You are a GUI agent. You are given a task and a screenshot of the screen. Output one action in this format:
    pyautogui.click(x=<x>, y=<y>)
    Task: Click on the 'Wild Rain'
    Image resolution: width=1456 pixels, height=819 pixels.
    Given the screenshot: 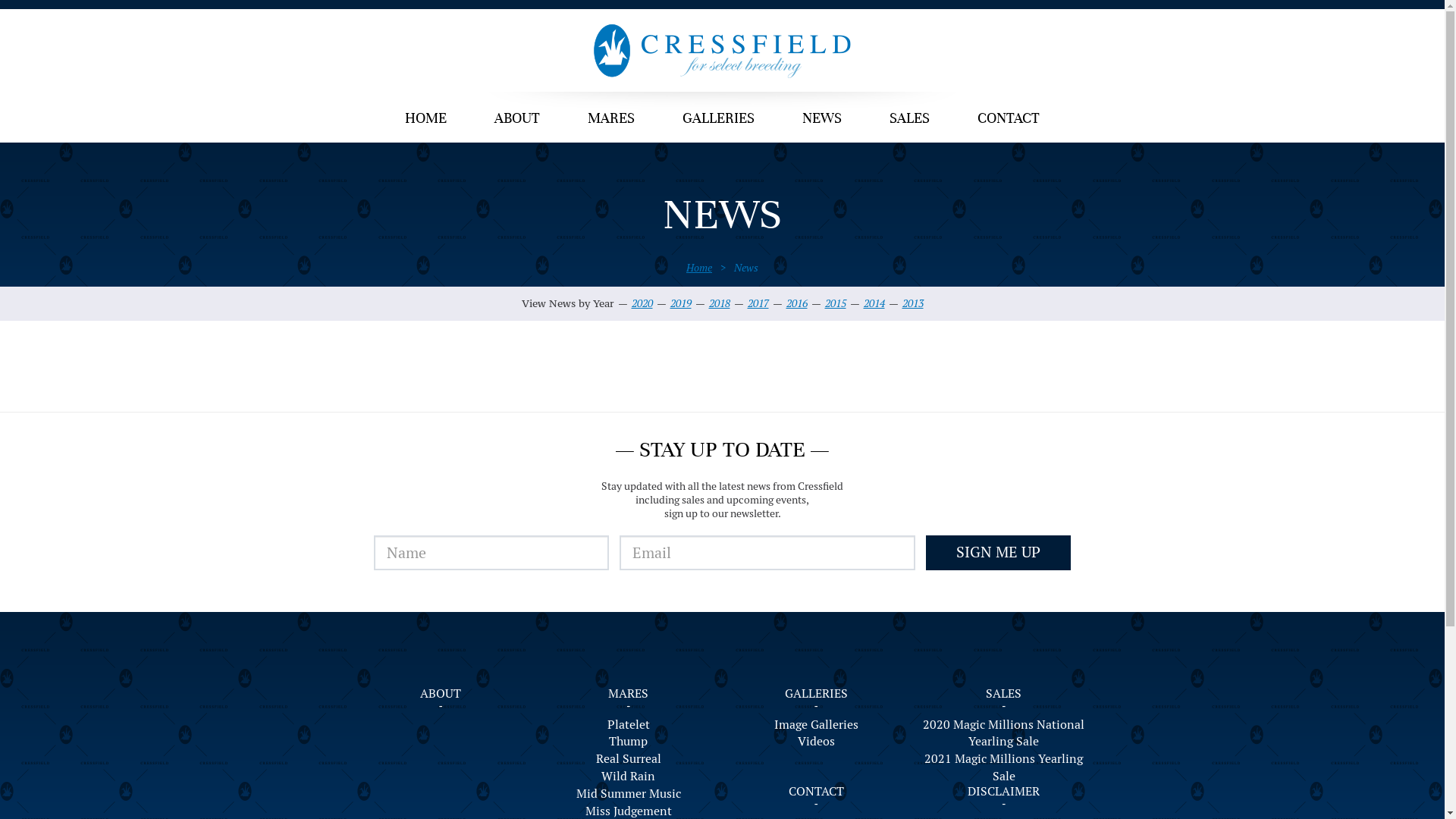 What is the action you would take?
    pyautogui.click(x=629, y=777)
    